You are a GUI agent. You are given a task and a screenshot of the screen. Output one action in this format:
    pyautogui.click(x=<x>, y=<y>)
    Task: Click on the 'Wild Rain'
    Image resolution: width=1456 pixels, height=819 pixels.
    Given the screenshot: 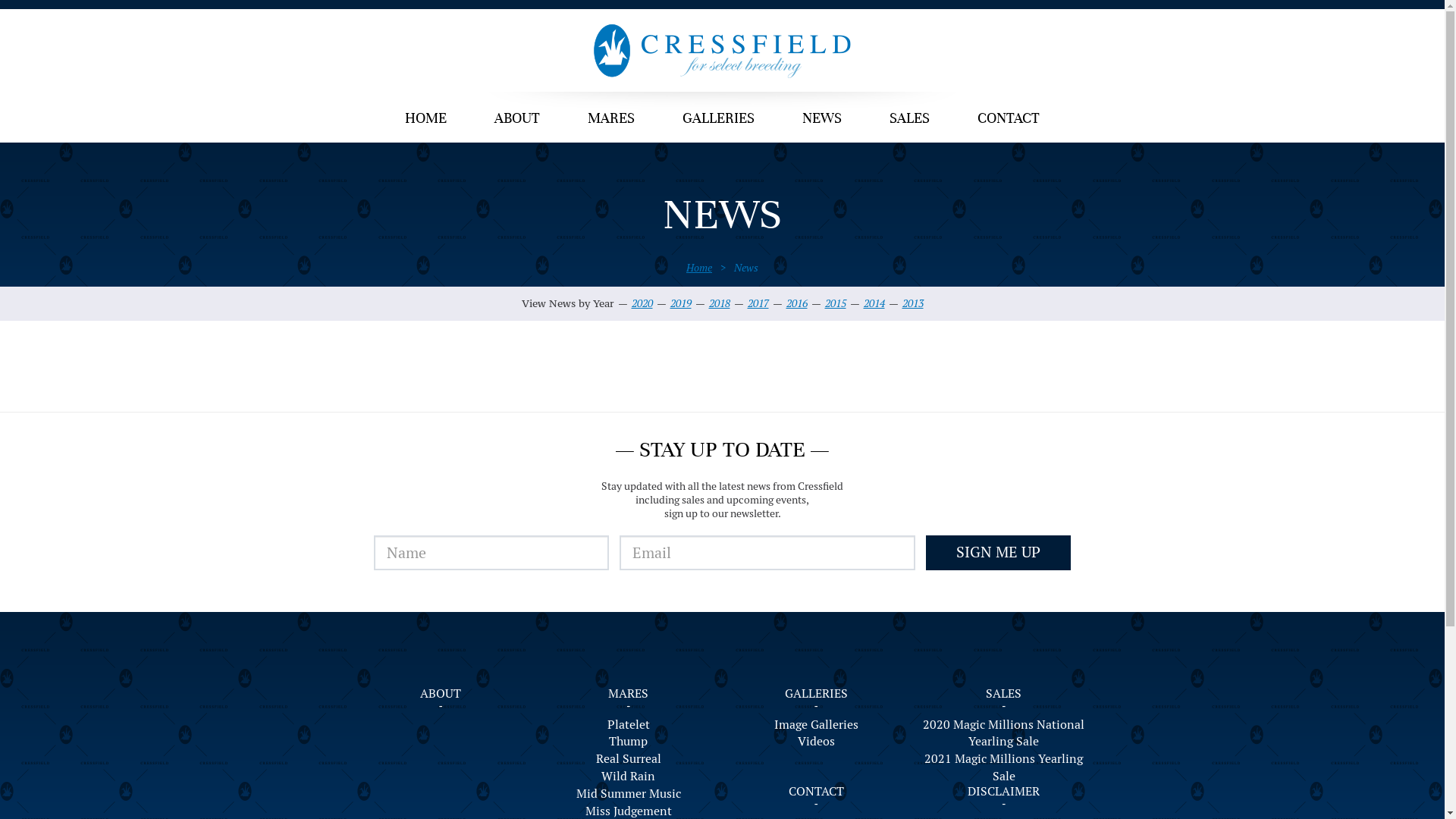 What is the action you would take?
    pyautogui.click(x=629, y=777)
    